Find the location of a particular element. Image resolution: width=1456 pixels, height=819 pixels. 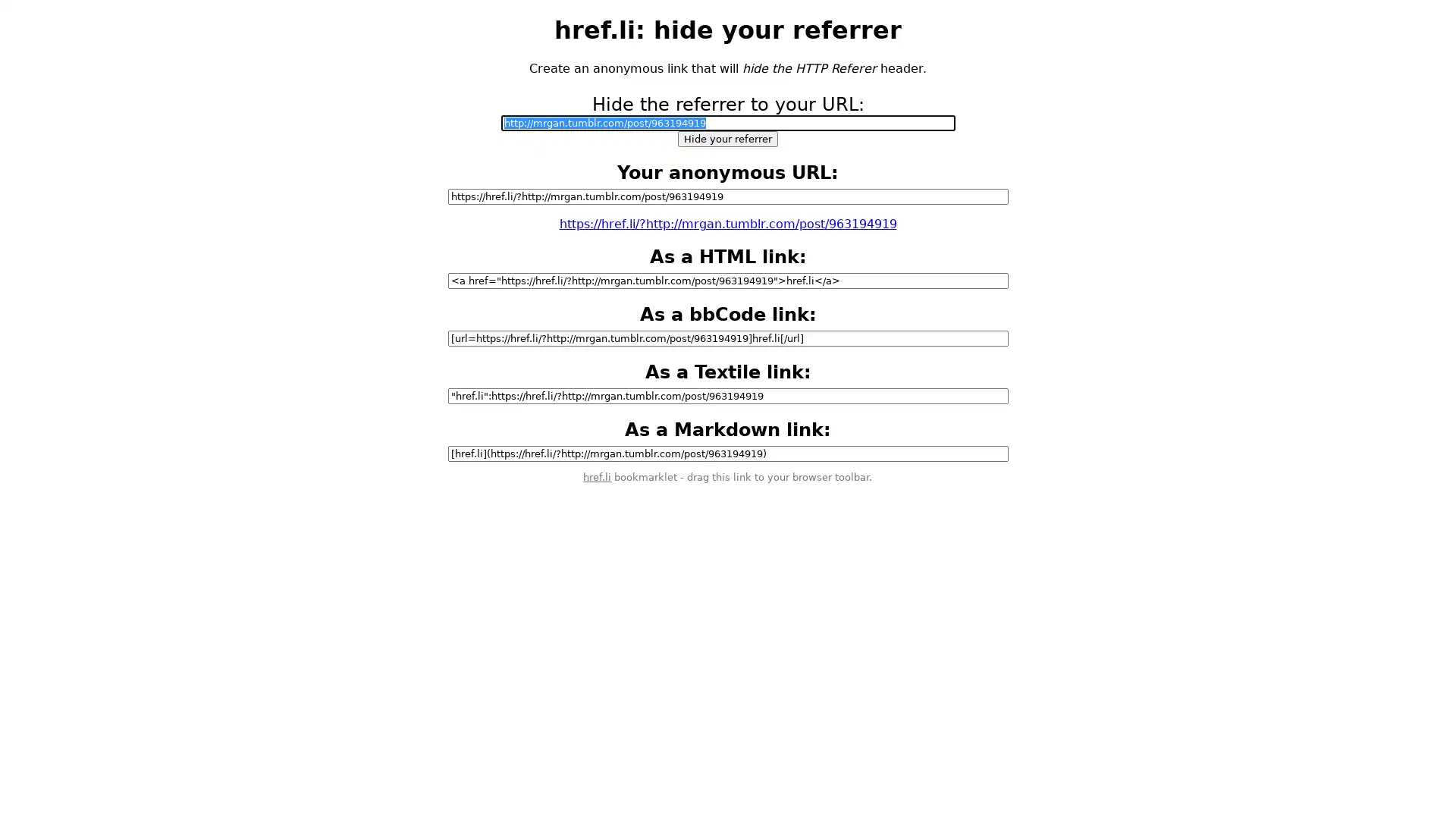

Hide your referrer is located at coordinates (728, 138).